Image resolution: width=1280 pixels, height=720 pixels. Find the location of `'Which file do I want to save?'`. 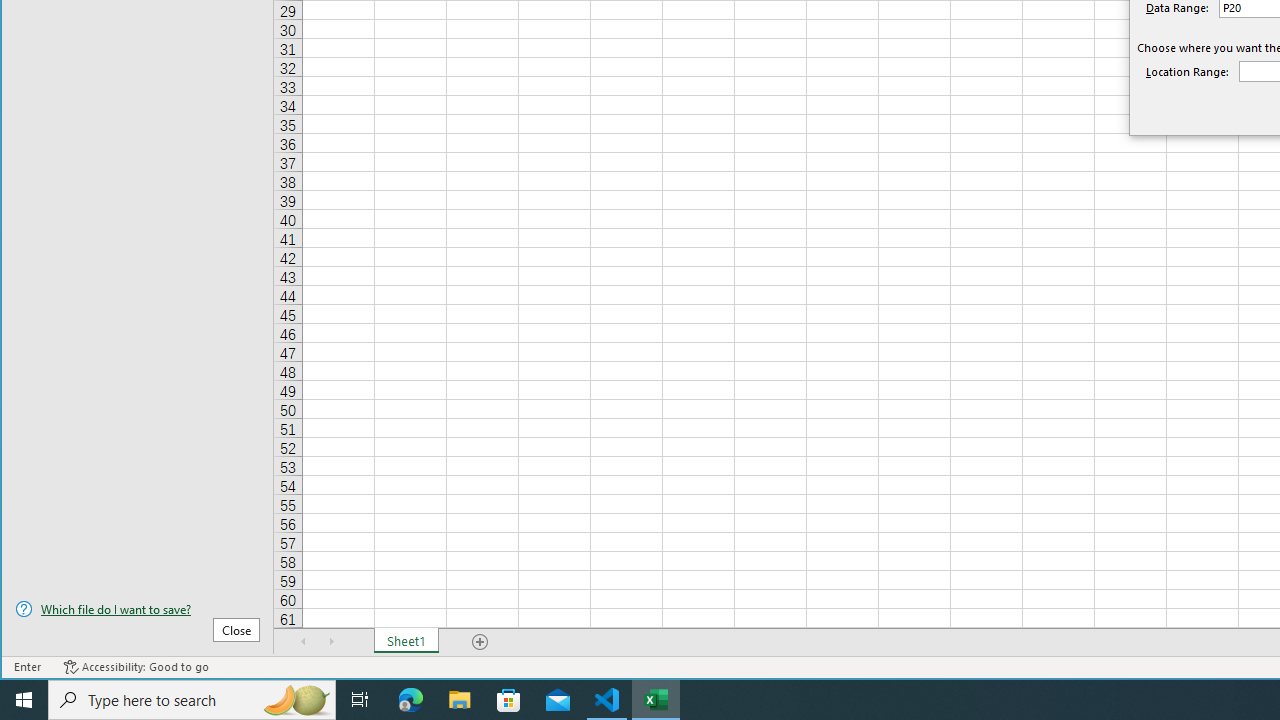

'Which file do I want to save?' is located at coordinates (136, 608).